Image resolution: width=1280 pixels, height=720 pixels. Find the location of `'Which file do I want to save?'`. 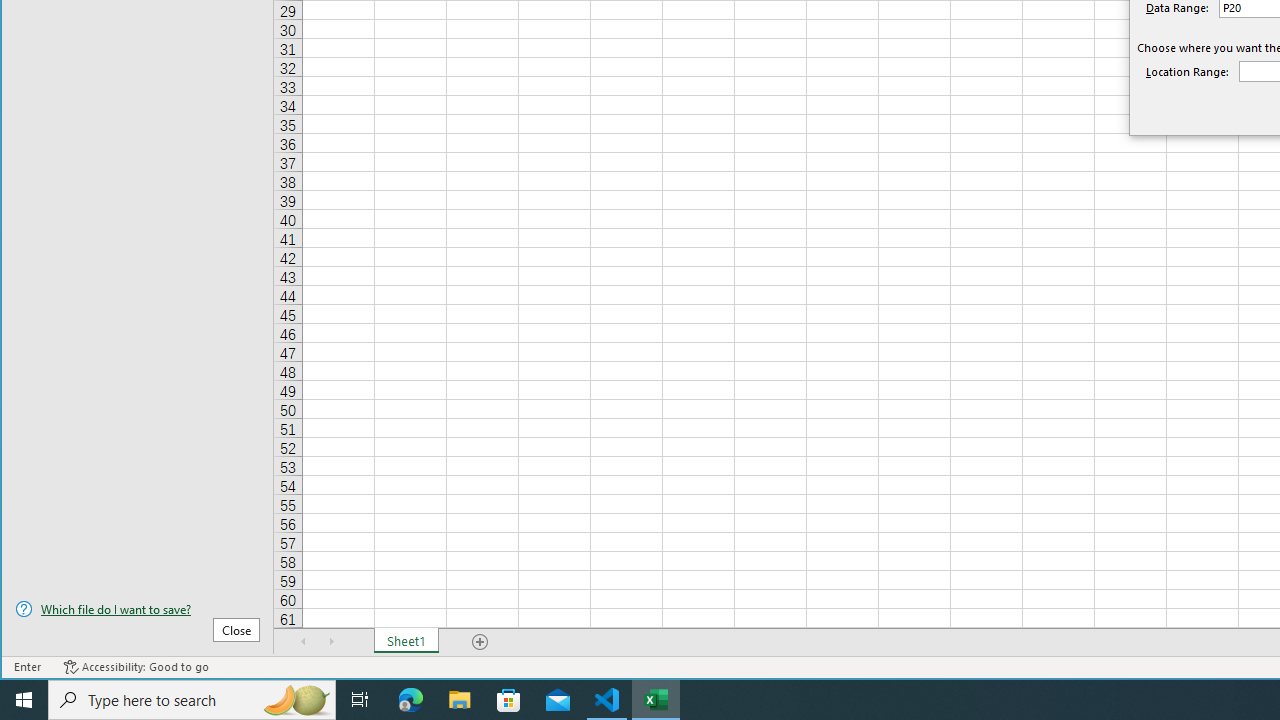

'Which file do I want to save?' is located at coordinates (136, 608).